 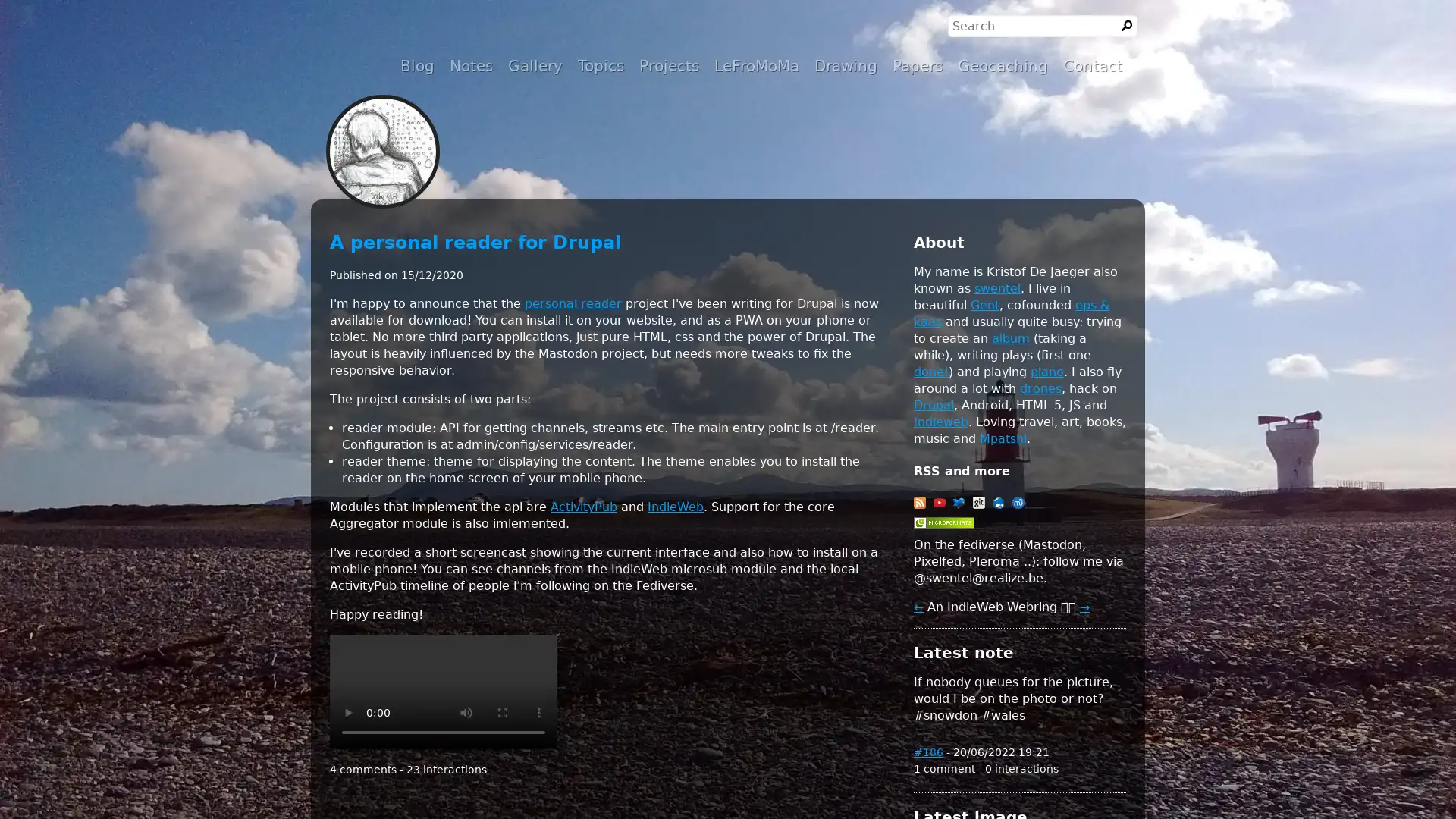 I want to click on play, so click(x=347, y=711).